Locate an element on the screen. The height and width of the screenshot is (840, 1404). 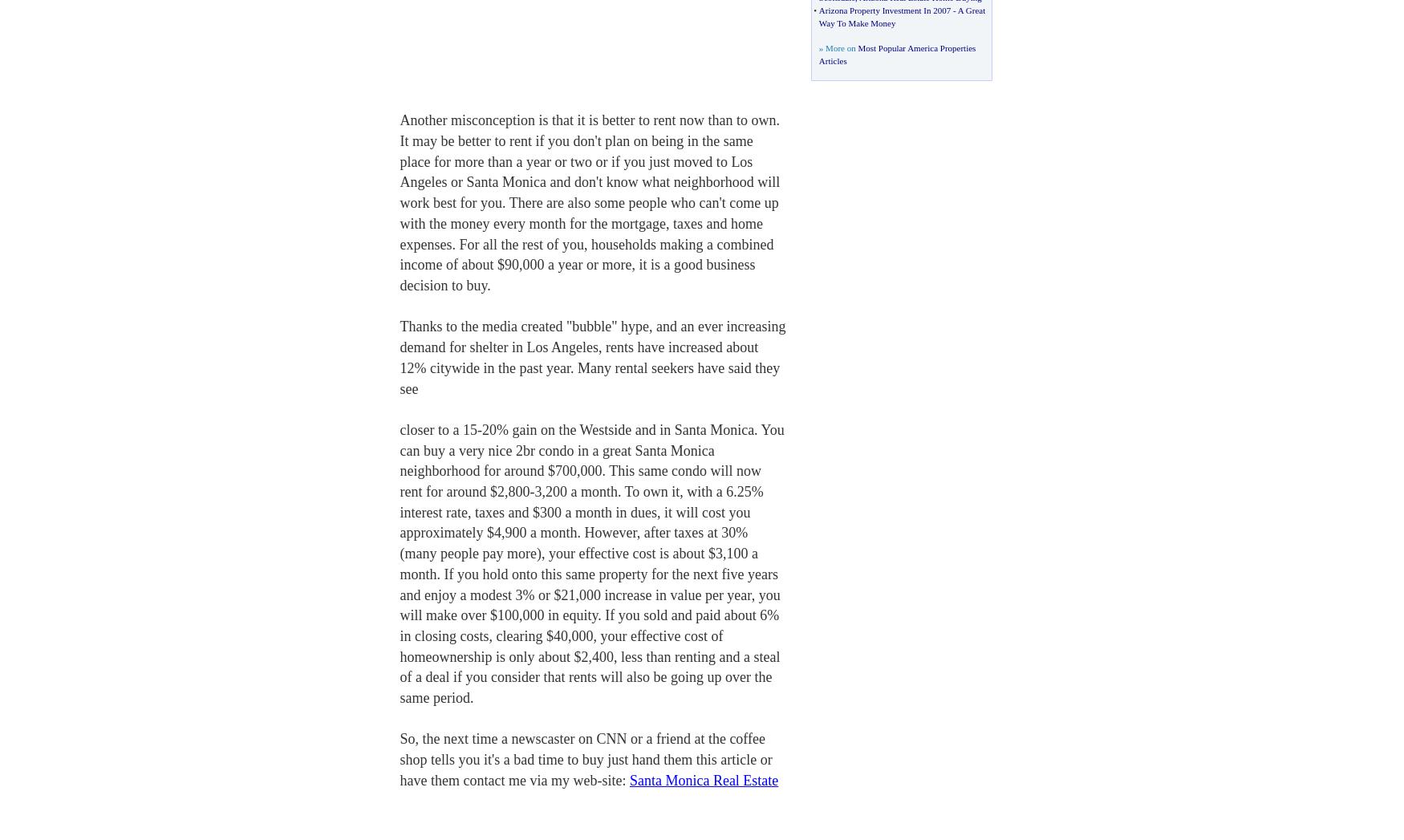
'-' is located at coordinates (953, 9).